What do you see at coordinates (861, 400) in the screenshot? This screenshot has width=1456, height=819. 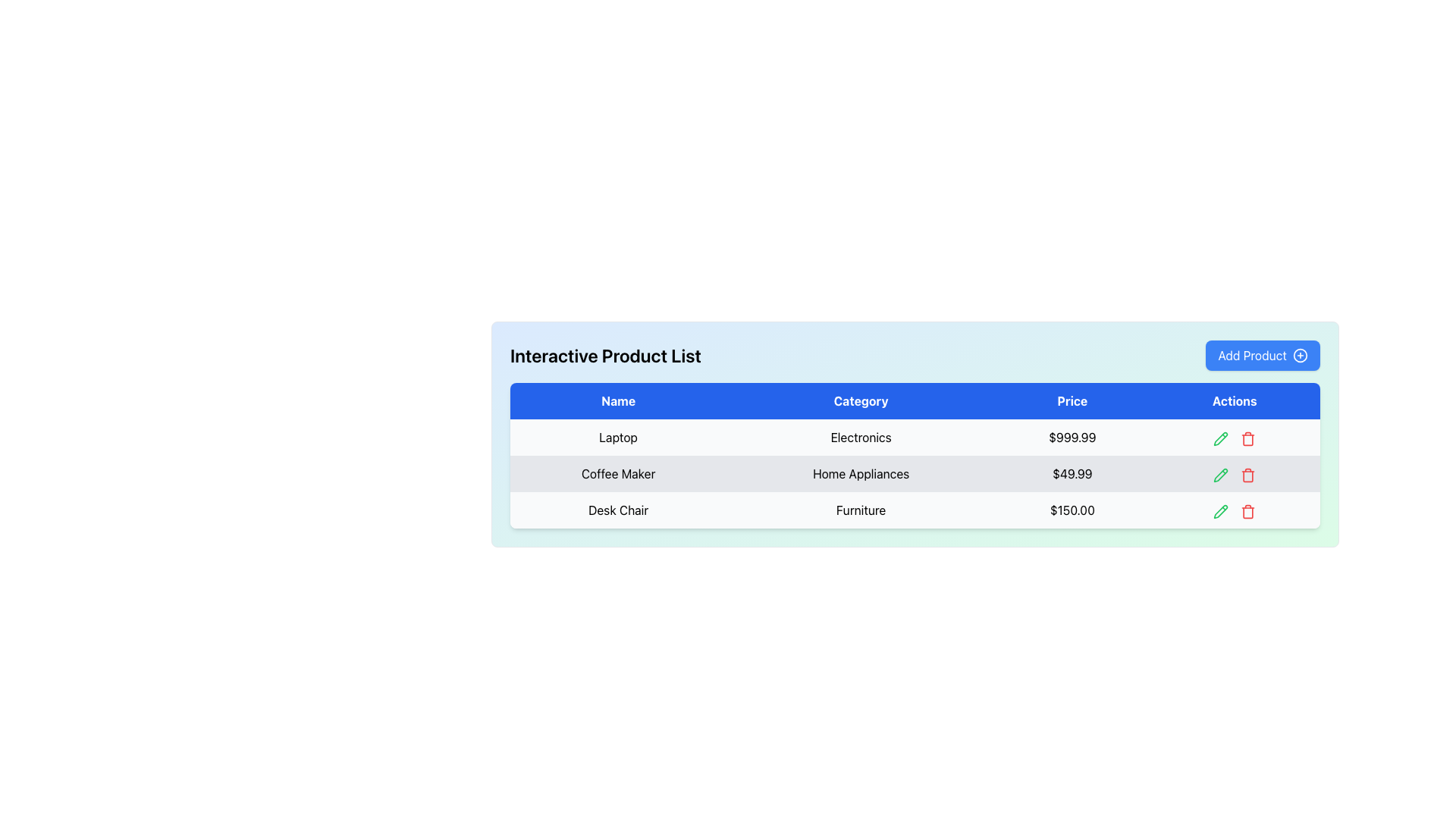 I see `the text of the table header cell labeled 'Category', which is the second header in the table with a blue background and white bold text` at bounding box center [861, 400].